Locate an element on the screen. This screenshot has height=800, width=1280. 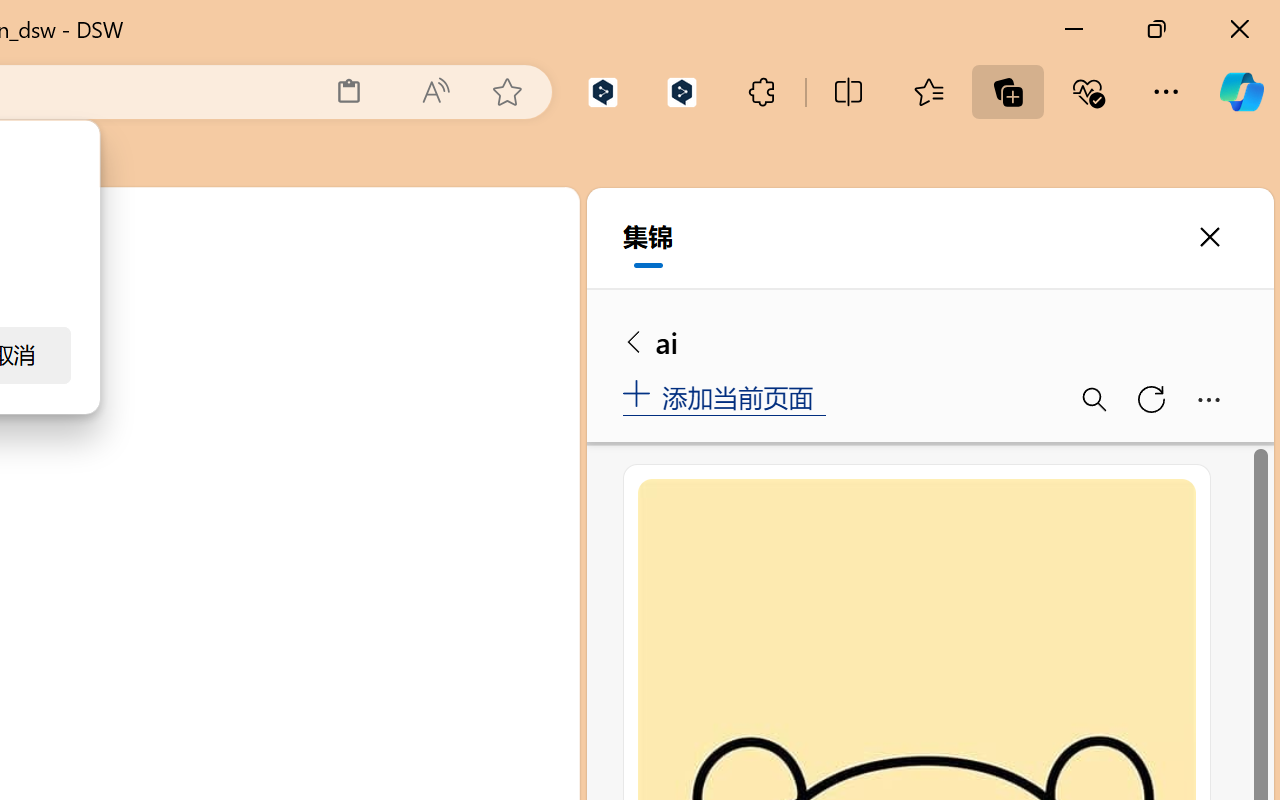
'Copilot (Ctrl+Shift+.)' is located at coordinates (1240, 91).